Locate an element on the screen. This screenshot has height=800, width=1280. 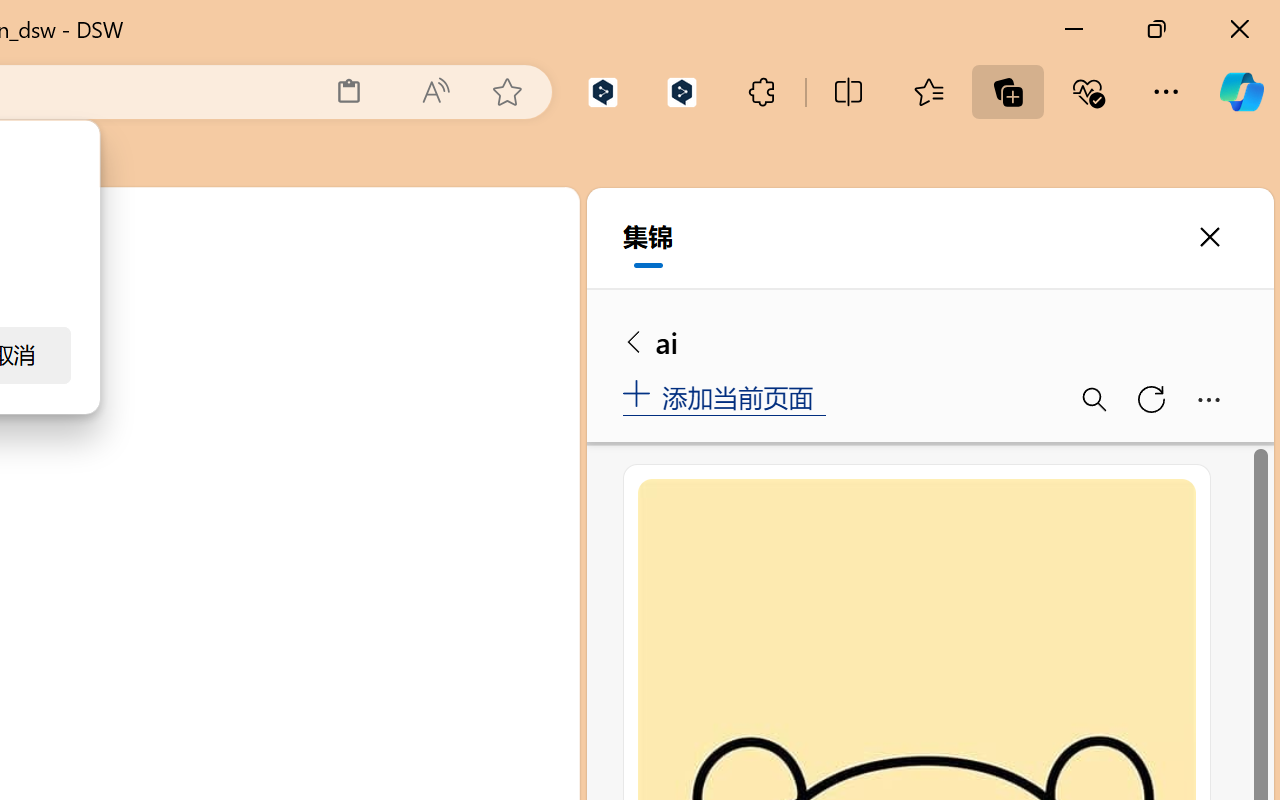
'Copilot (Ctrl+Shift+.)' is located at coordinates (1240, 91).